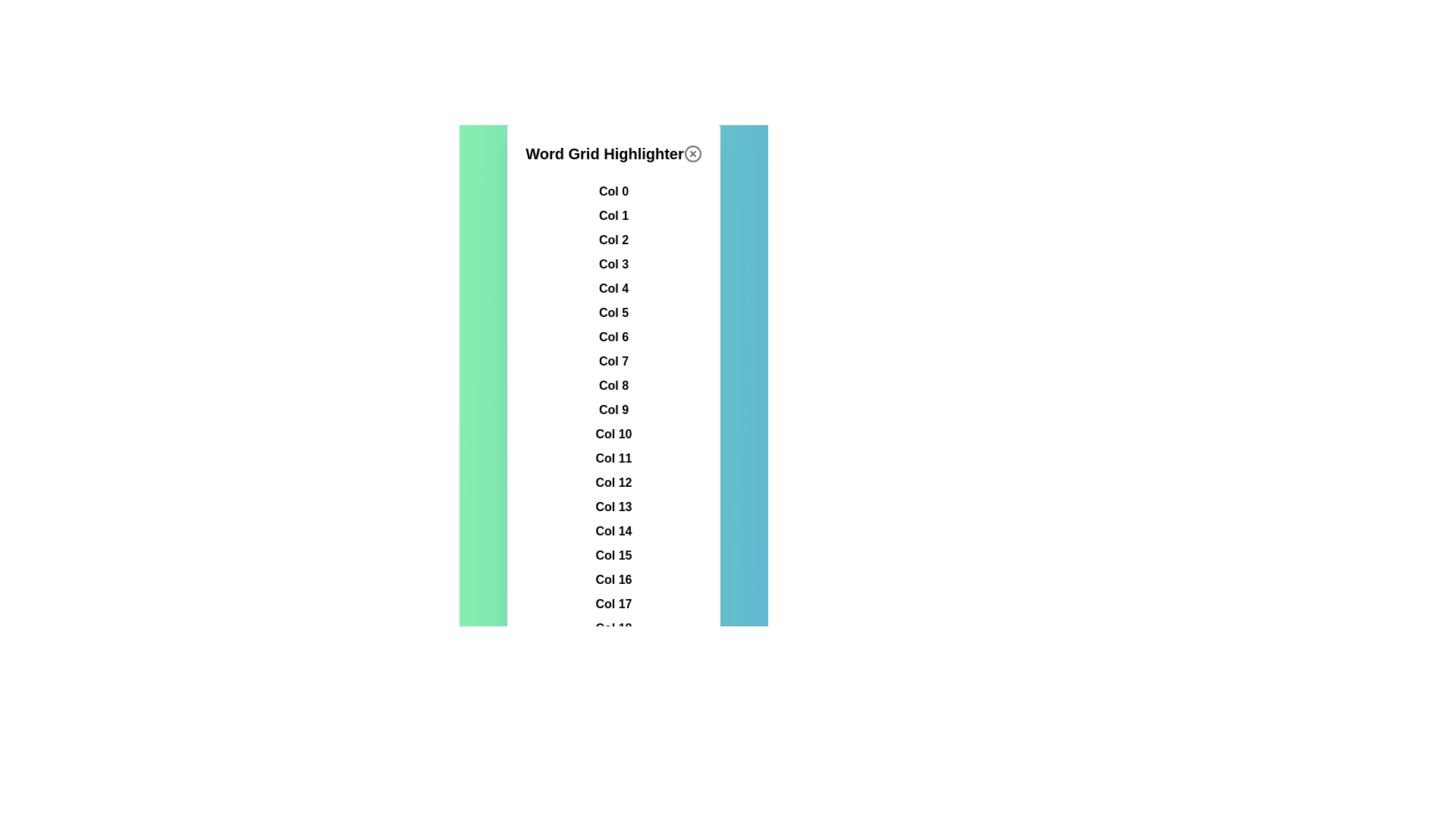 The width and height of the screenshot is (1456, 819). I want to click on the column header to read its label, so click(613, 191).